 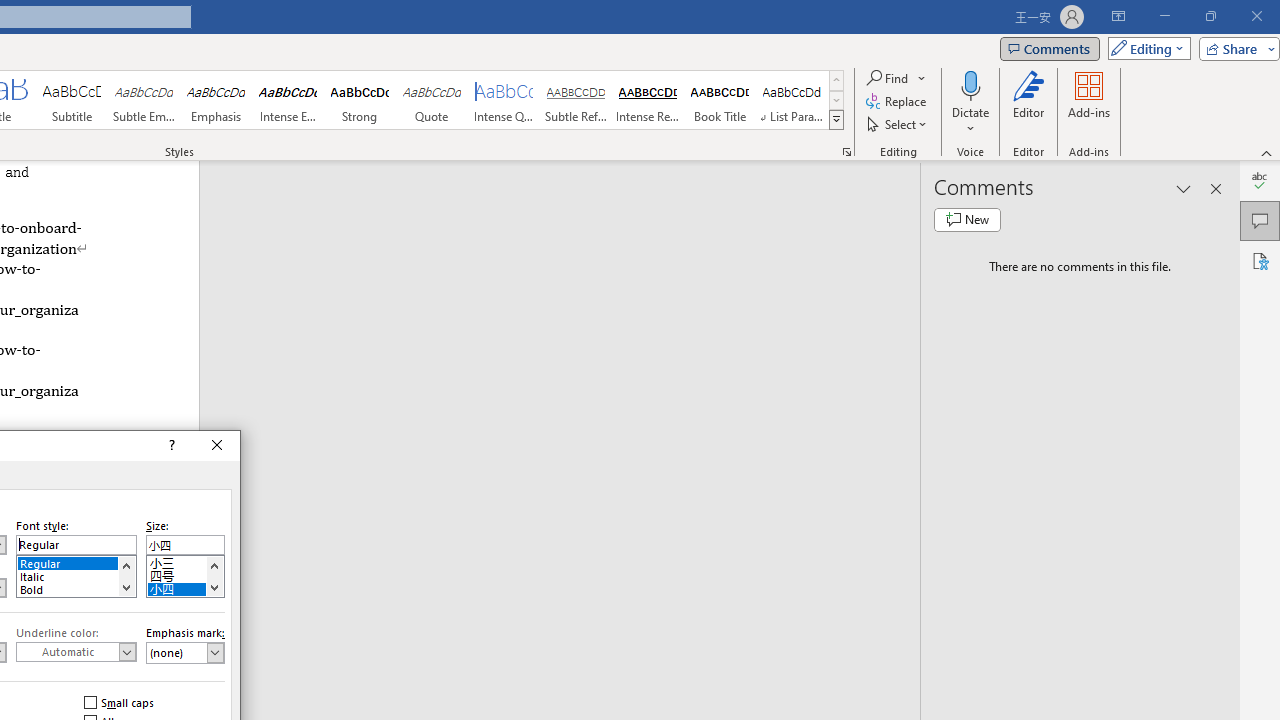 I want to click on 'Strong', so click(x=359, y=100).